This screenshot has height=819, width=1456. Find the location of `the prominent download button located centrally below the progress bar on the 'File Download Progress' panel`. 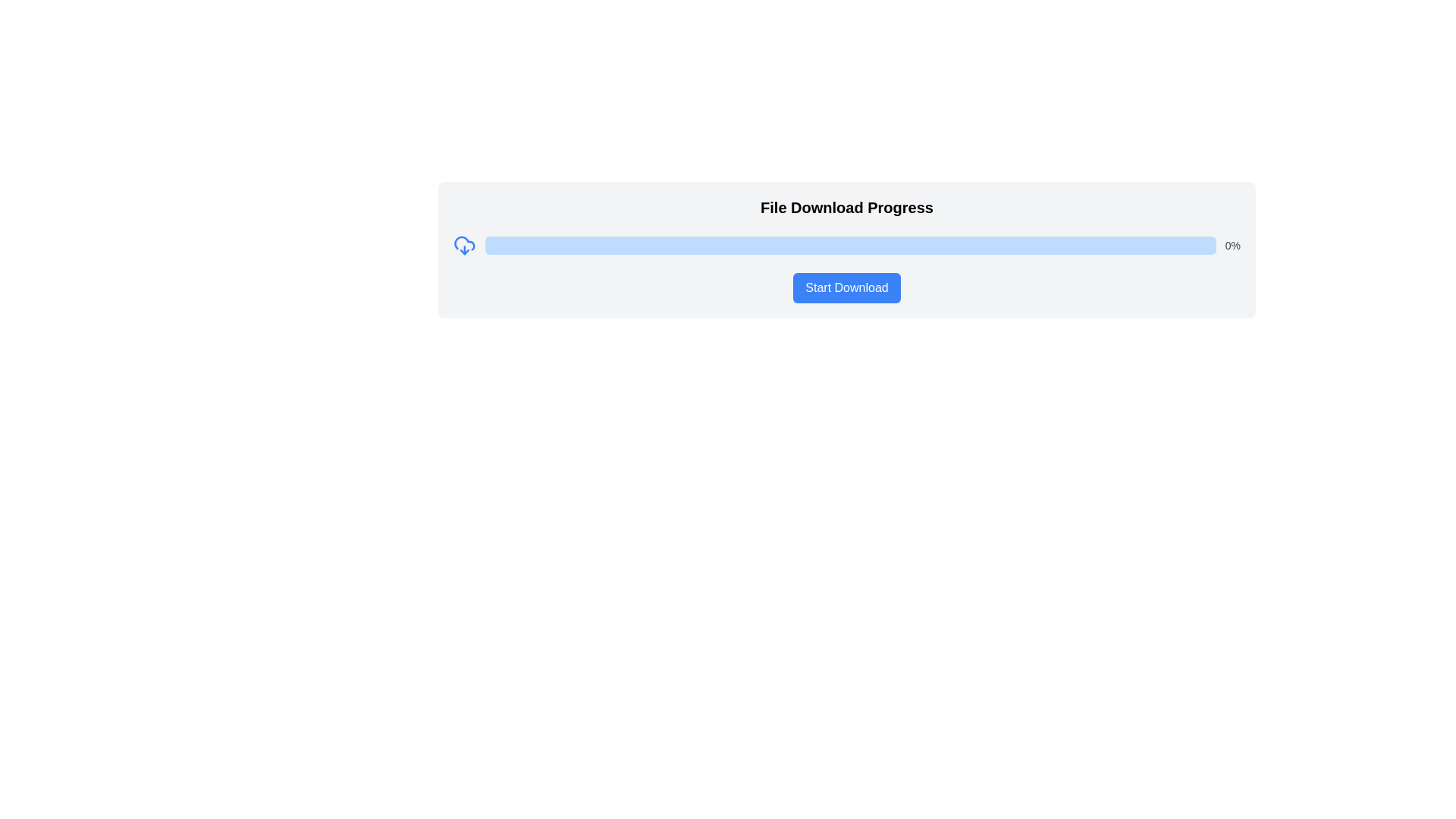

the prominent download button located centrally below the progress bar on the 'File Download Progress' panel is located at coordinates (846, 288).